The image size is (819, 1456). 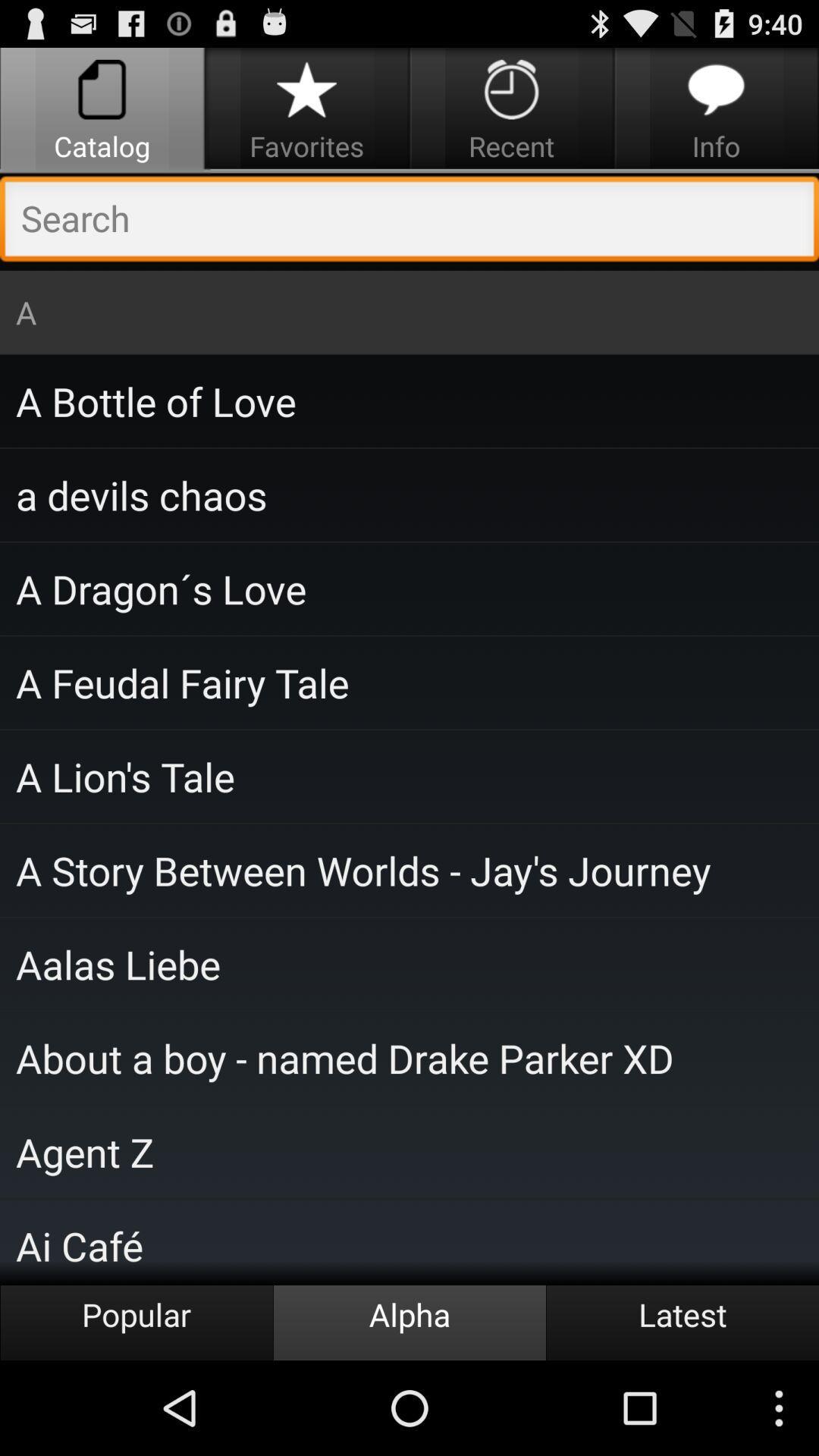 What do you see at coordinates (409, 494) in the screenshot?
I see `the item below the a bottle of item` at bounding box center [409, 494].